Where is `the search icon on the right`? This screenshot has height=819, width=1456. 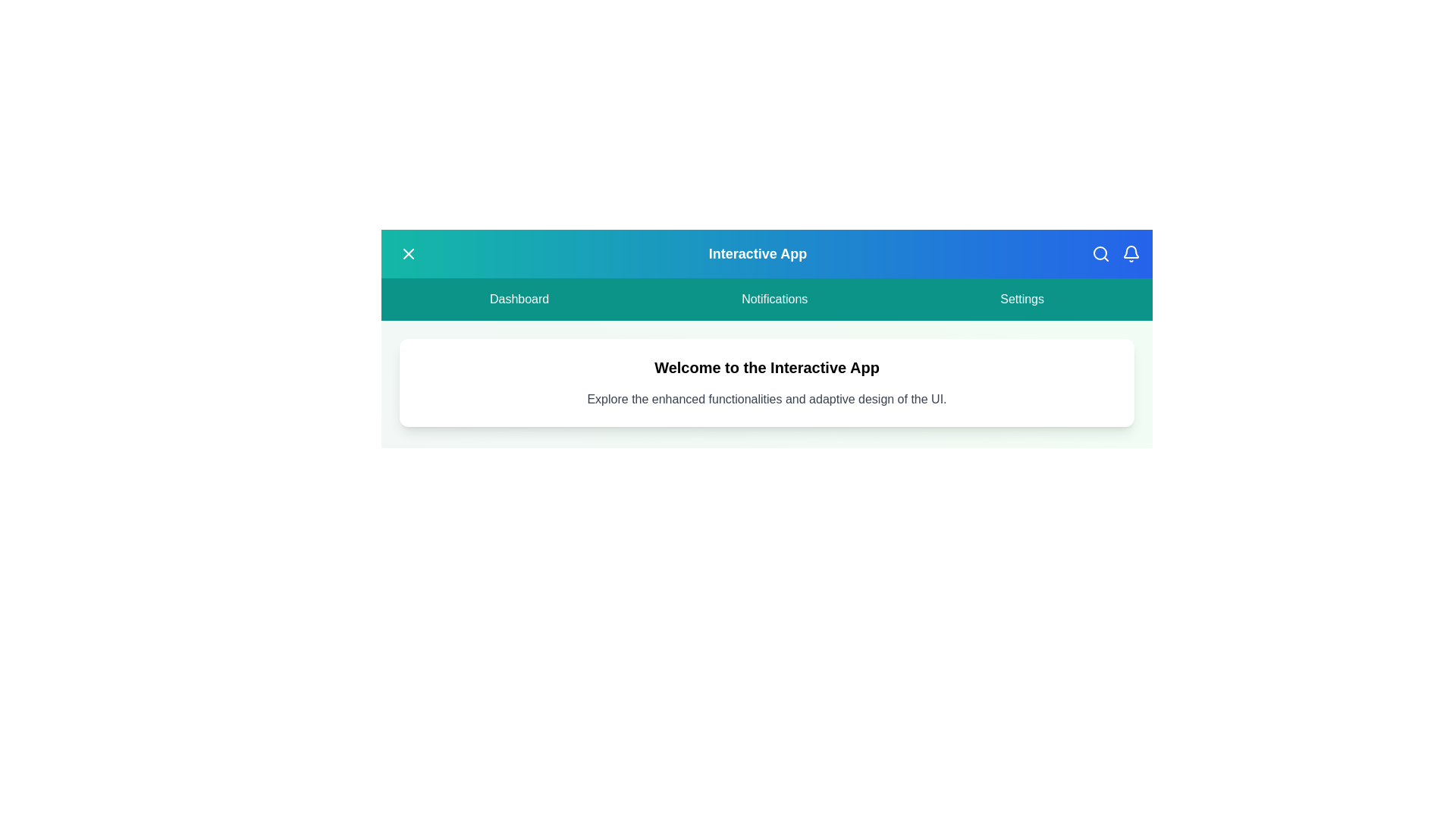 the search icon on the right is located at coordinates (1100, 253).